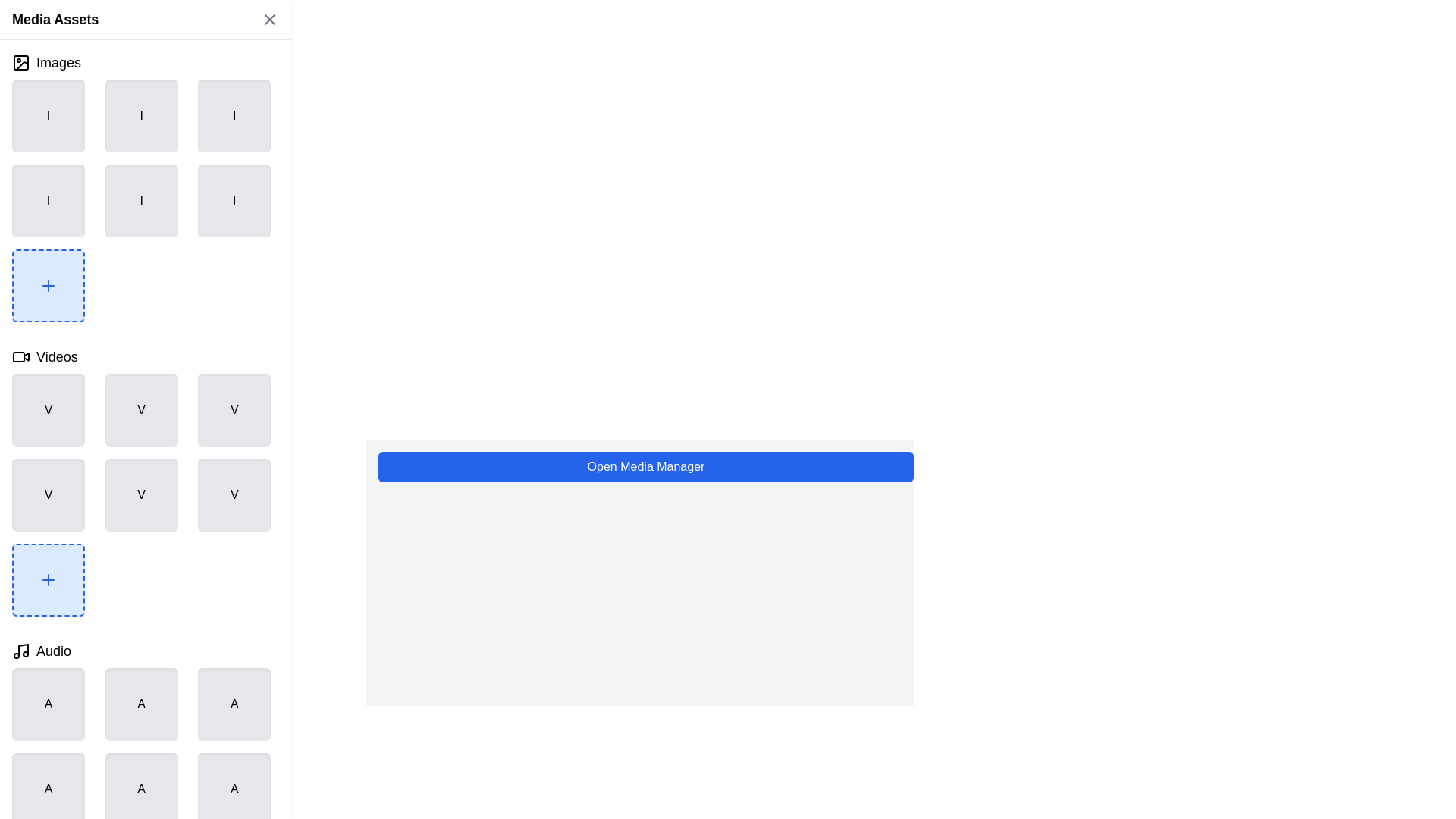  I want to click on the static text label 'Media Assets' located at the top-left corner of the interface, so click(55, 20).